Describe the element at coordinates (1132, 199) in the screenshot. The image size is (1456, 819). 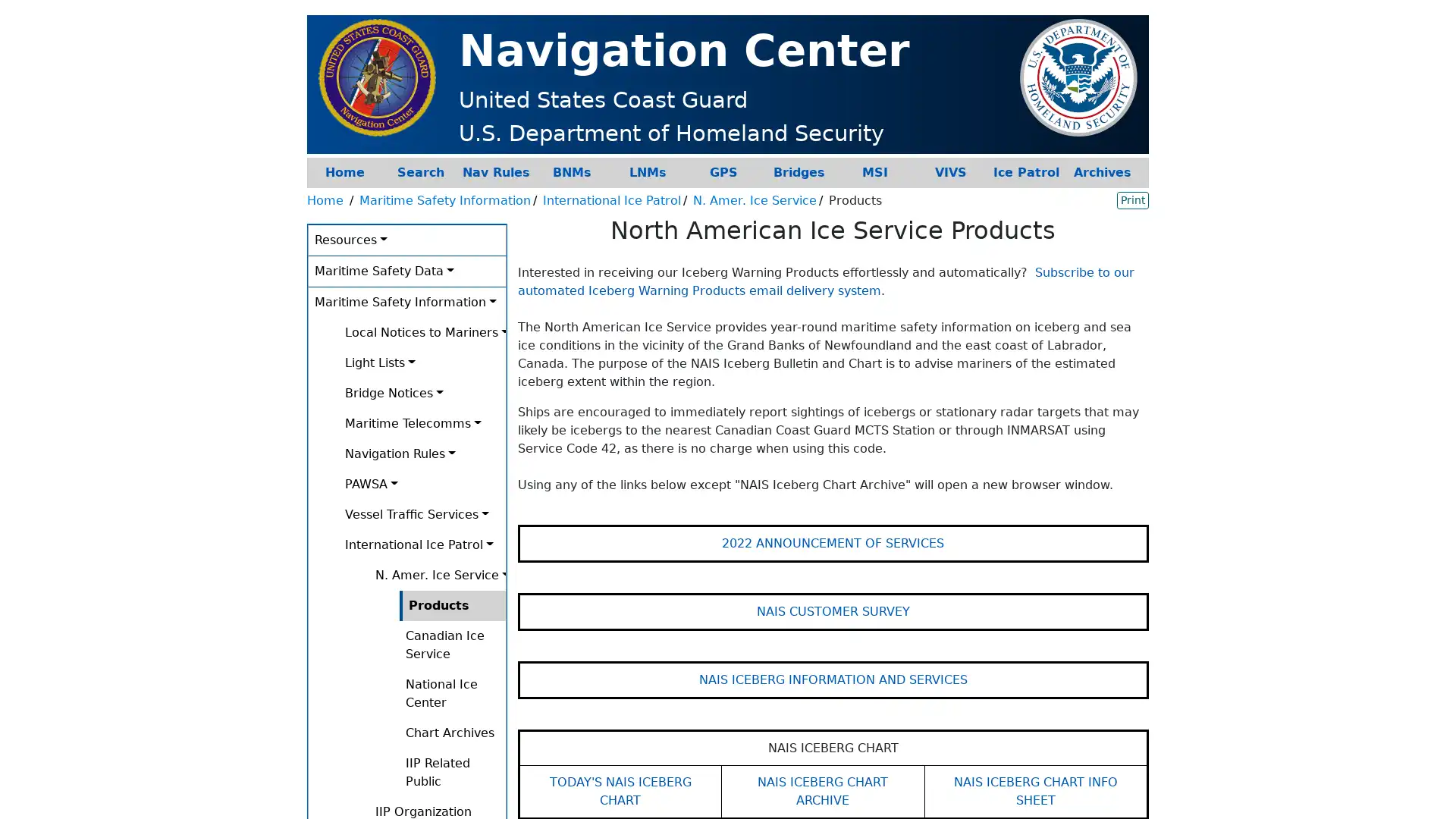
I see `Print` at that location.